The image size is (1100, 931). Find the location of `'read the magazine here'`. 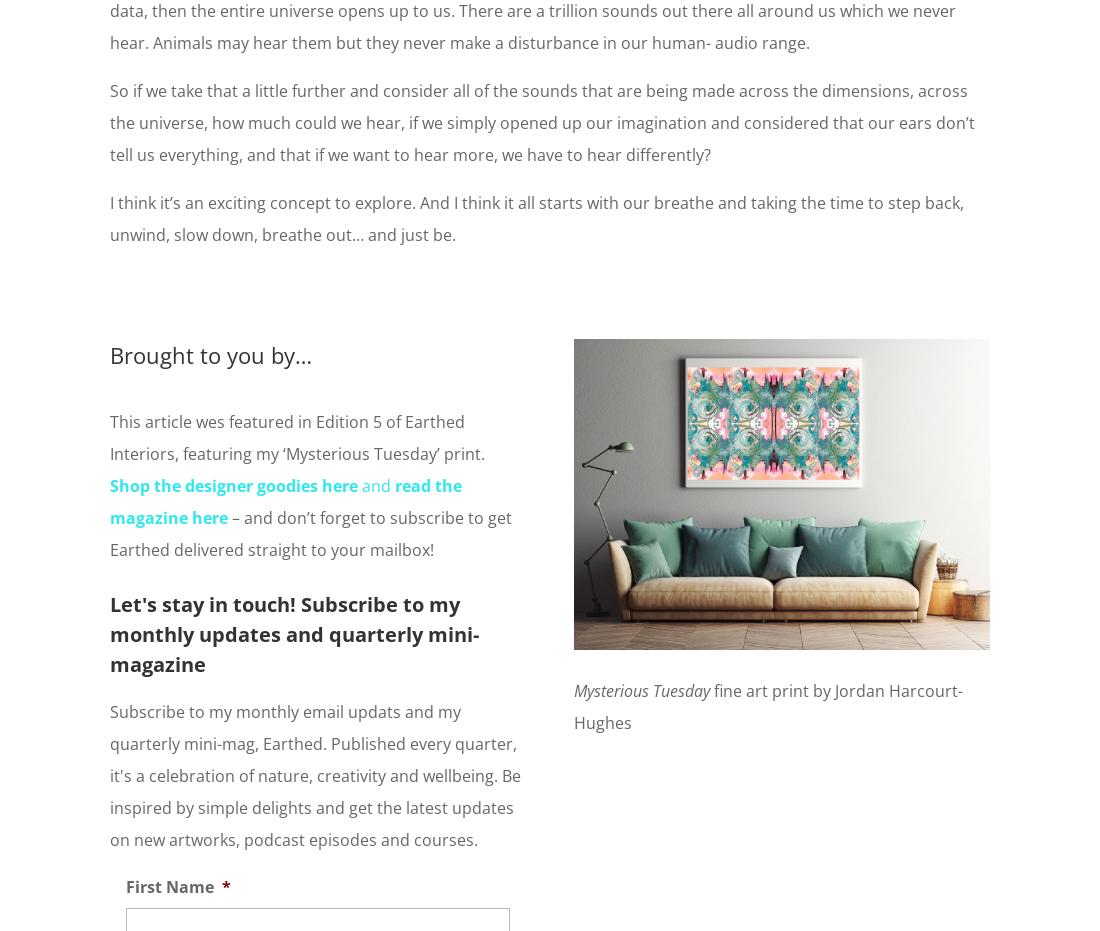

'read the magazine here' is located at coordinates (285, 500).